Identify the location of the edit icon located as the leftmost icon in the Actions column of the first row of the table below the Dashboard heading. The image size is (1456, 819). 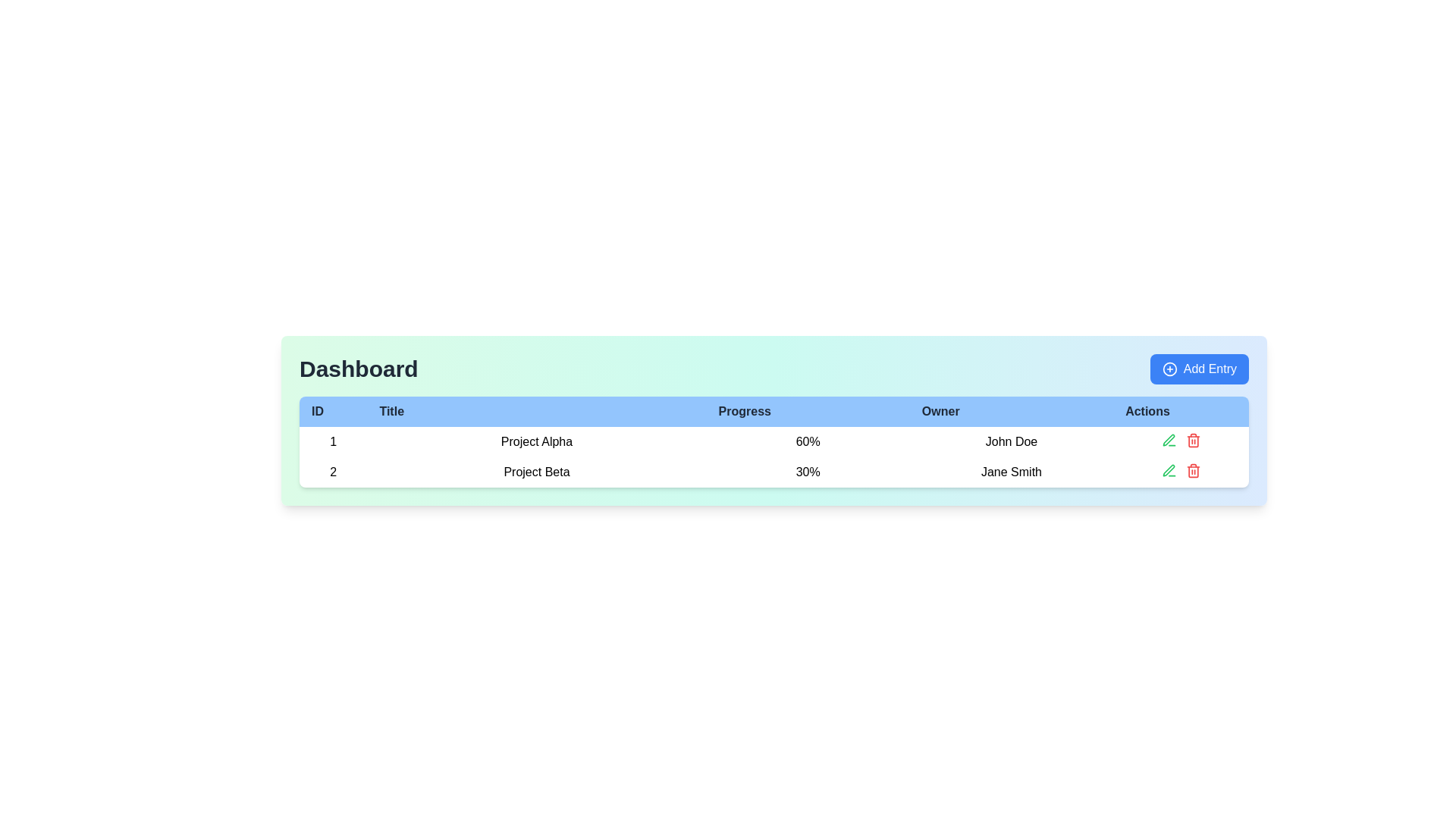
(1168, 441).